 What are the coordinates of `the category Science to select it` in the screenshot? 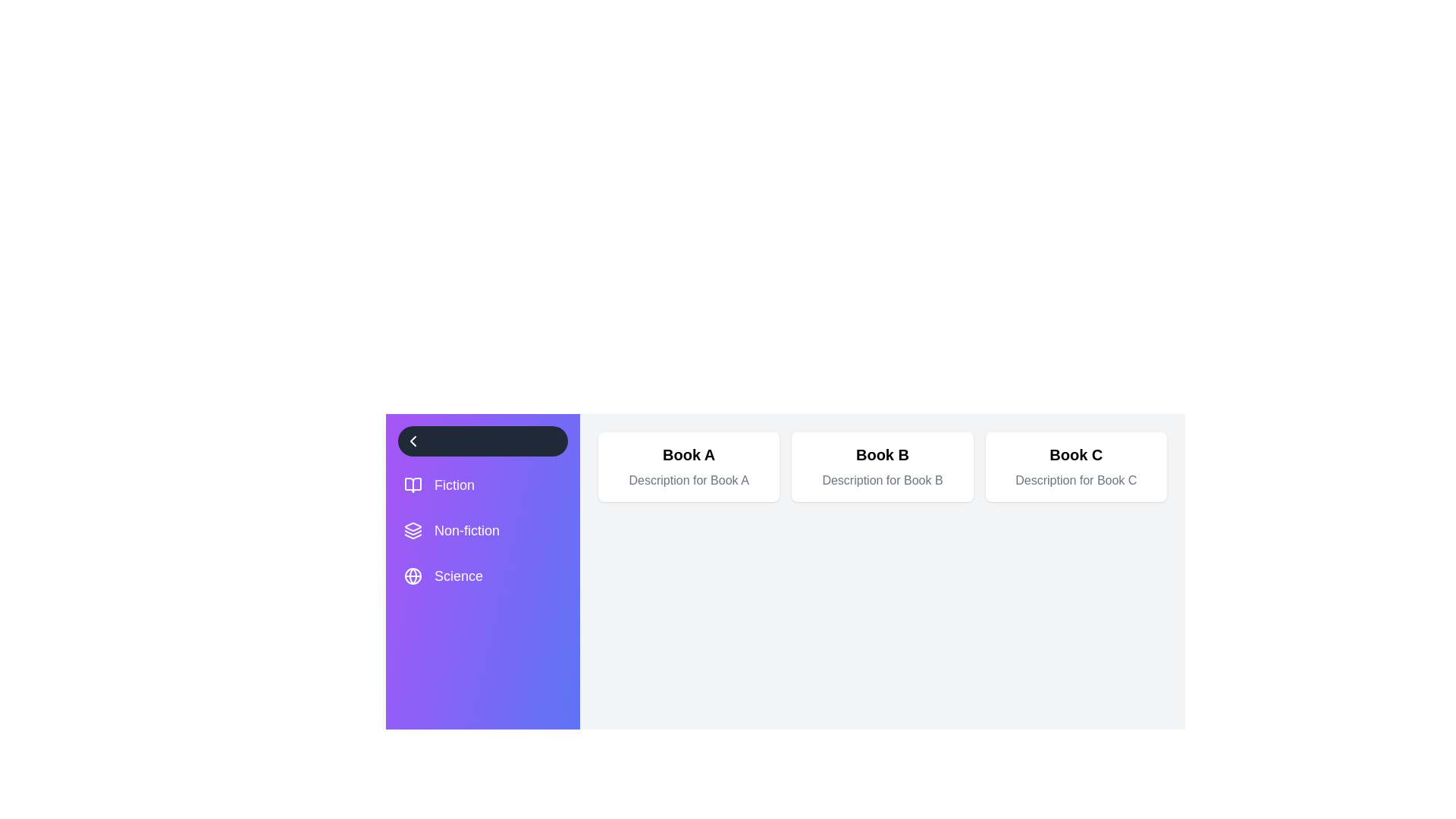 It's located at (482, 576).